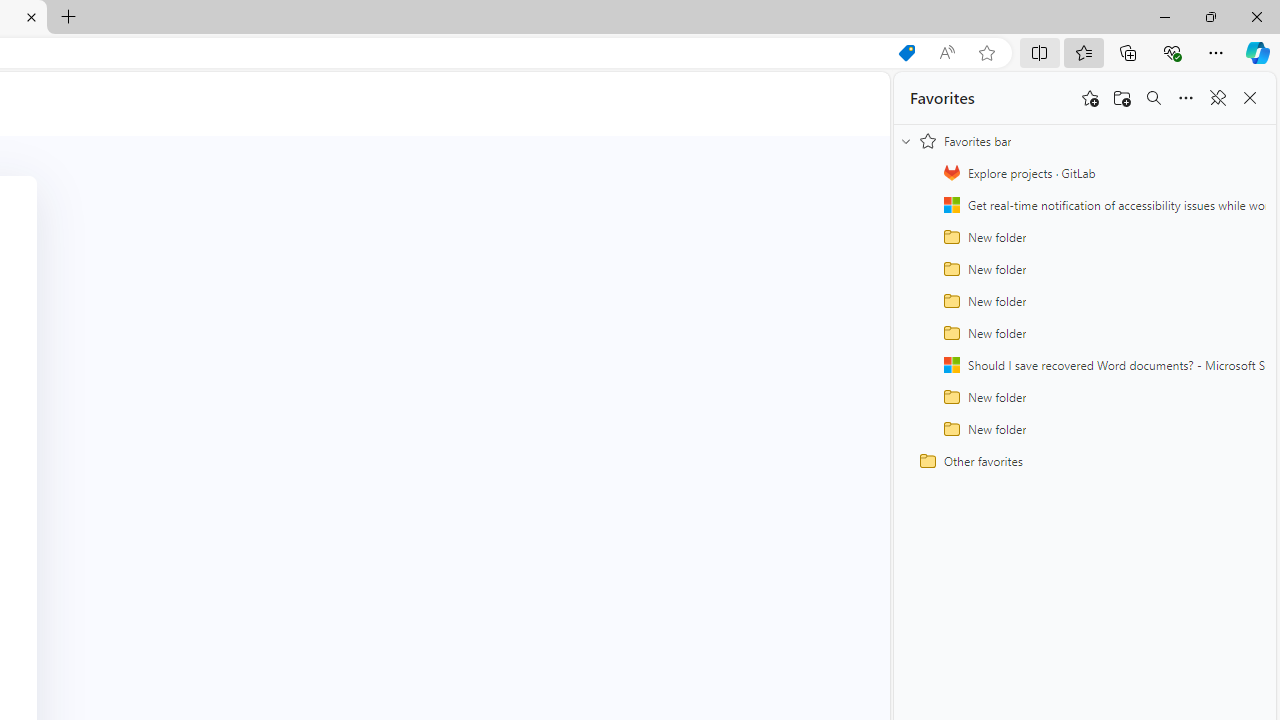  Describe the element at coordinates (1249, 98) in the screenshot. I see `'Close favorites'` at that location.